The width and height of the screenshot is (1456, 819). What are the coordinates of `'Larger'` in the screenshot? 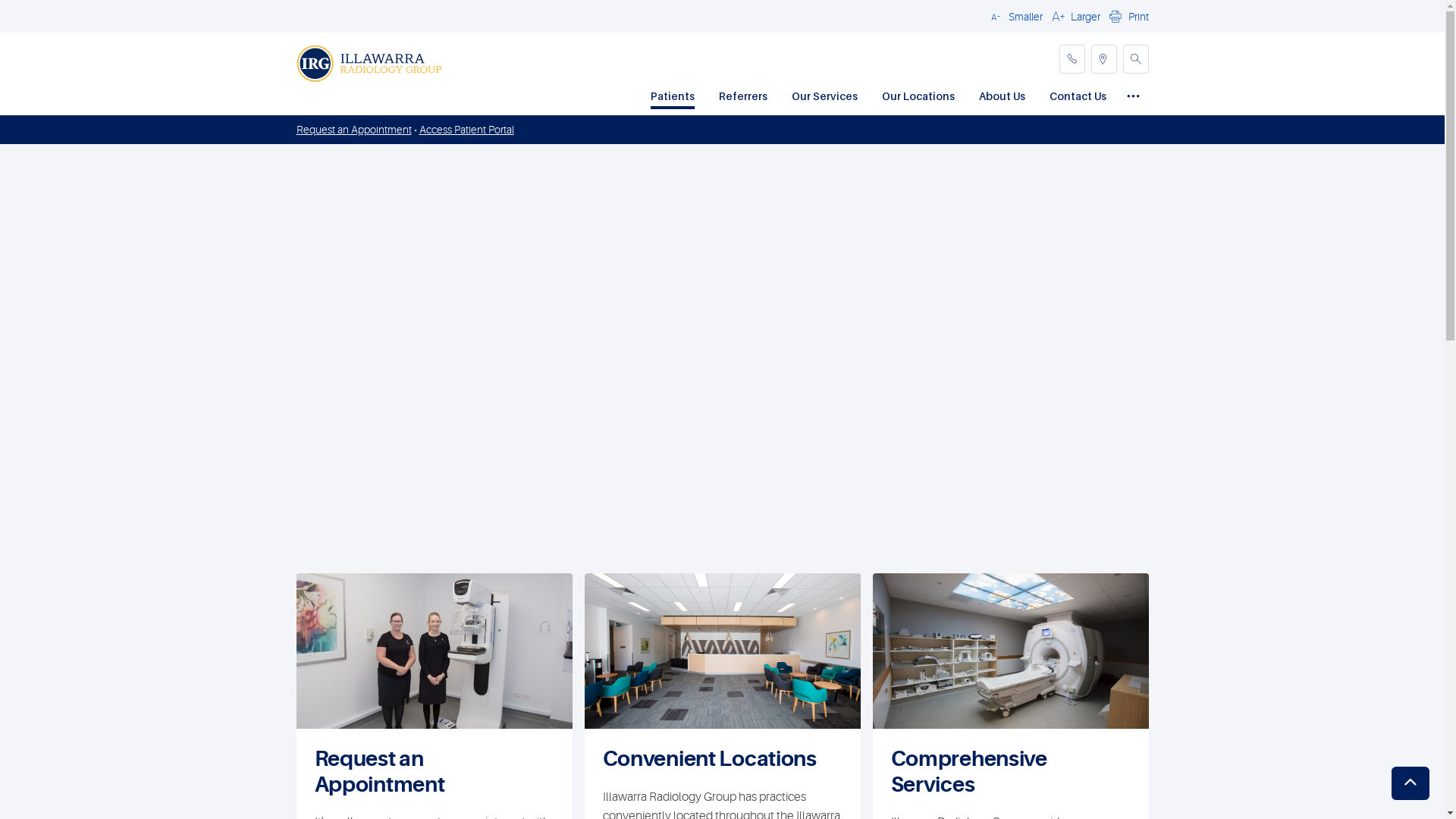 It's located at (1073, 15).